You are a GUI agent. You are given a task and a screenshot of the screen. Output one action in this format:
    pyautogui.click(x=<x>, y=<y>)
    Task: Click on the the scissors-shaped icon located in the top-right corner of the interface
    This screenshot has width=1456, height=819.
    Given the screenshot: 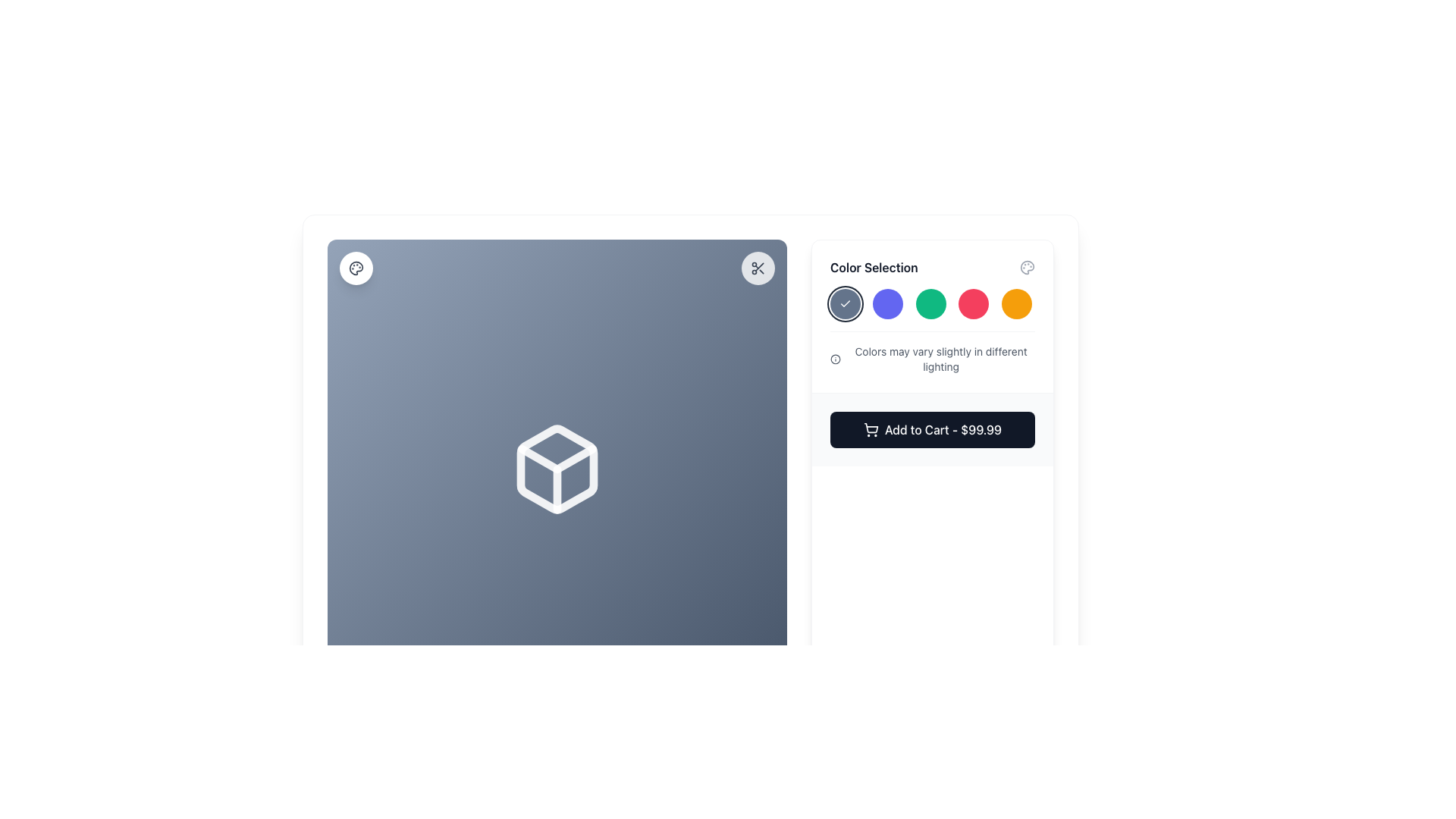 What is the action you would take?
    pyautogui.click(x=758, y=268)
    